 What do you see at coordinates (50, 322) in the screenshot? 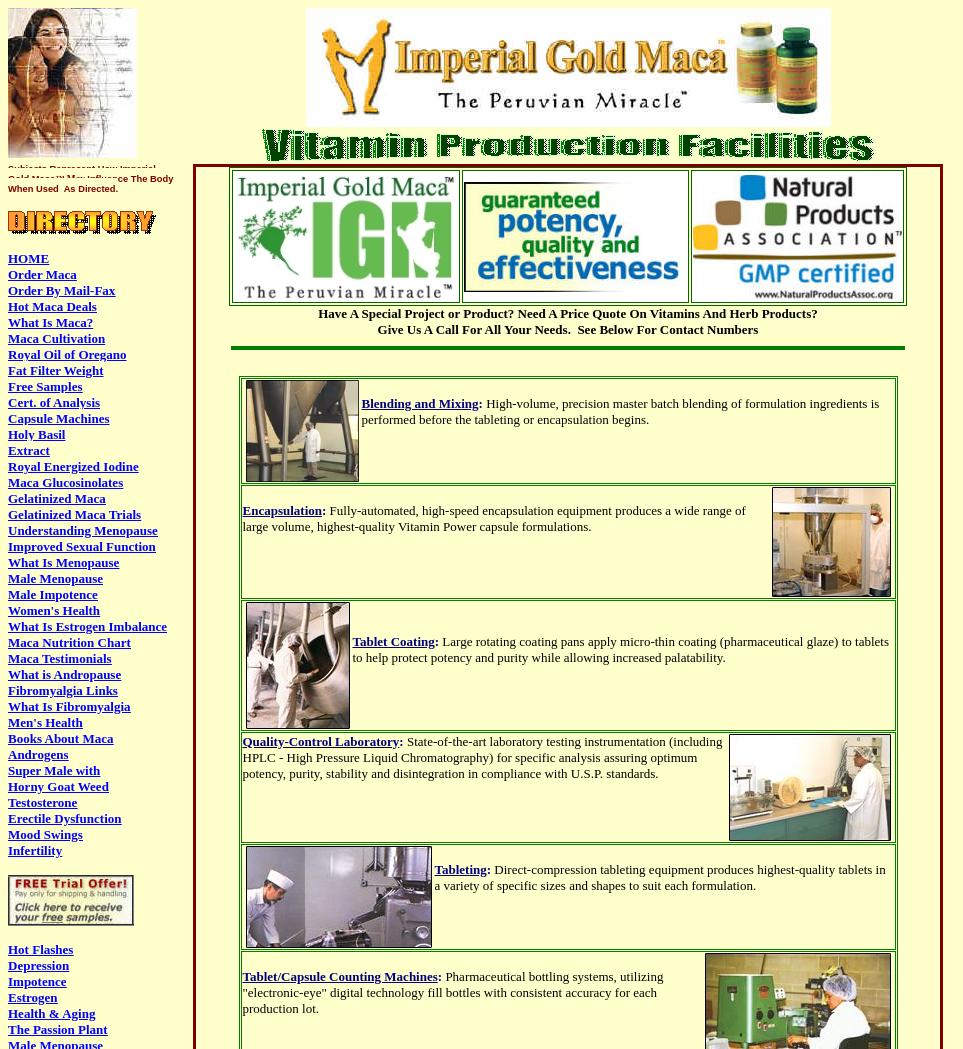
I see `'What Is Maca?'` at bounding box center [50, 322].